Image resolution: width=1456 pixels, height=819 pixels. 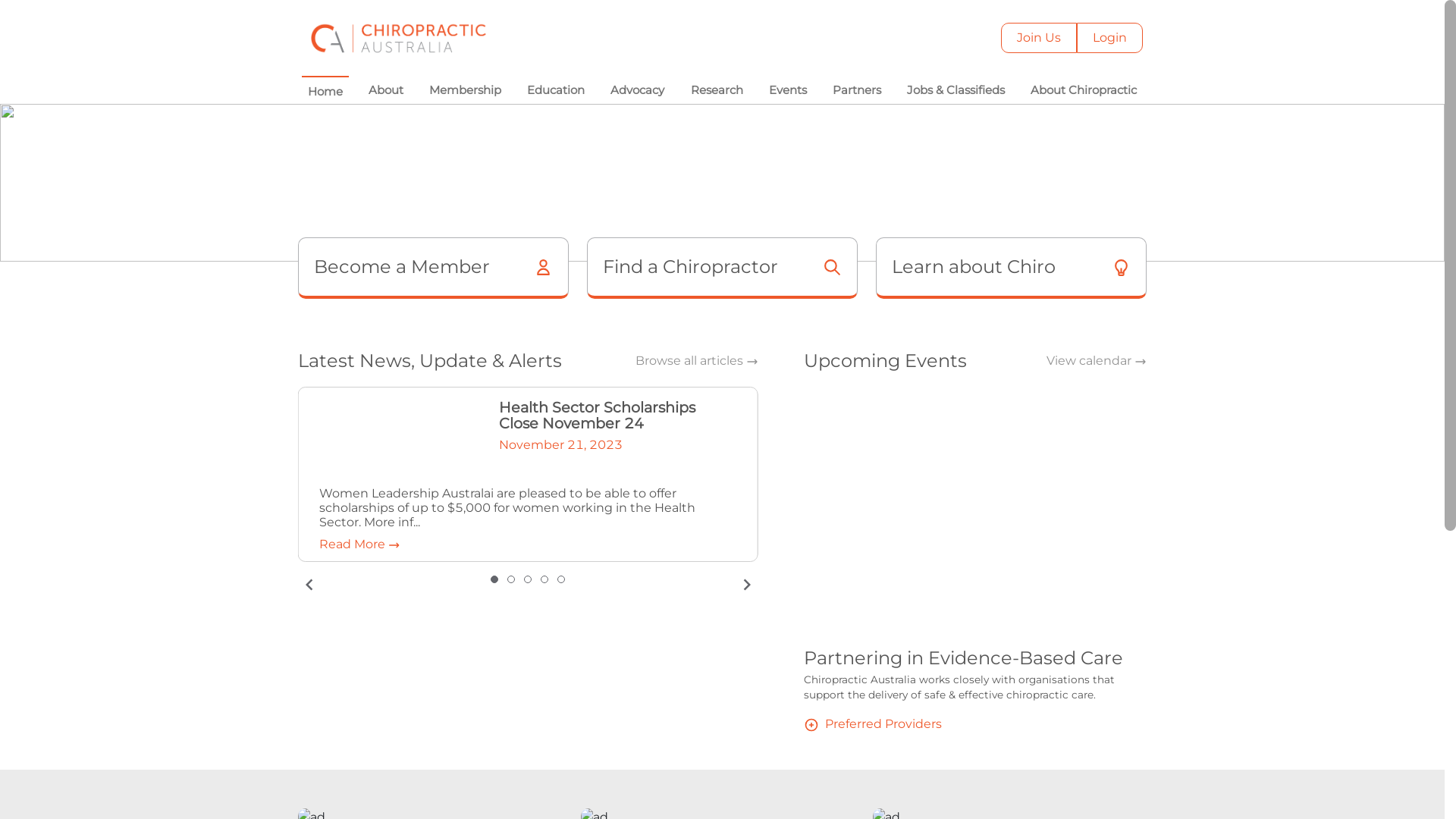 What do you see at coordinates (510, 579) in the screenshot?
I see `'slide item 2'` at bounding box center [510, 579].